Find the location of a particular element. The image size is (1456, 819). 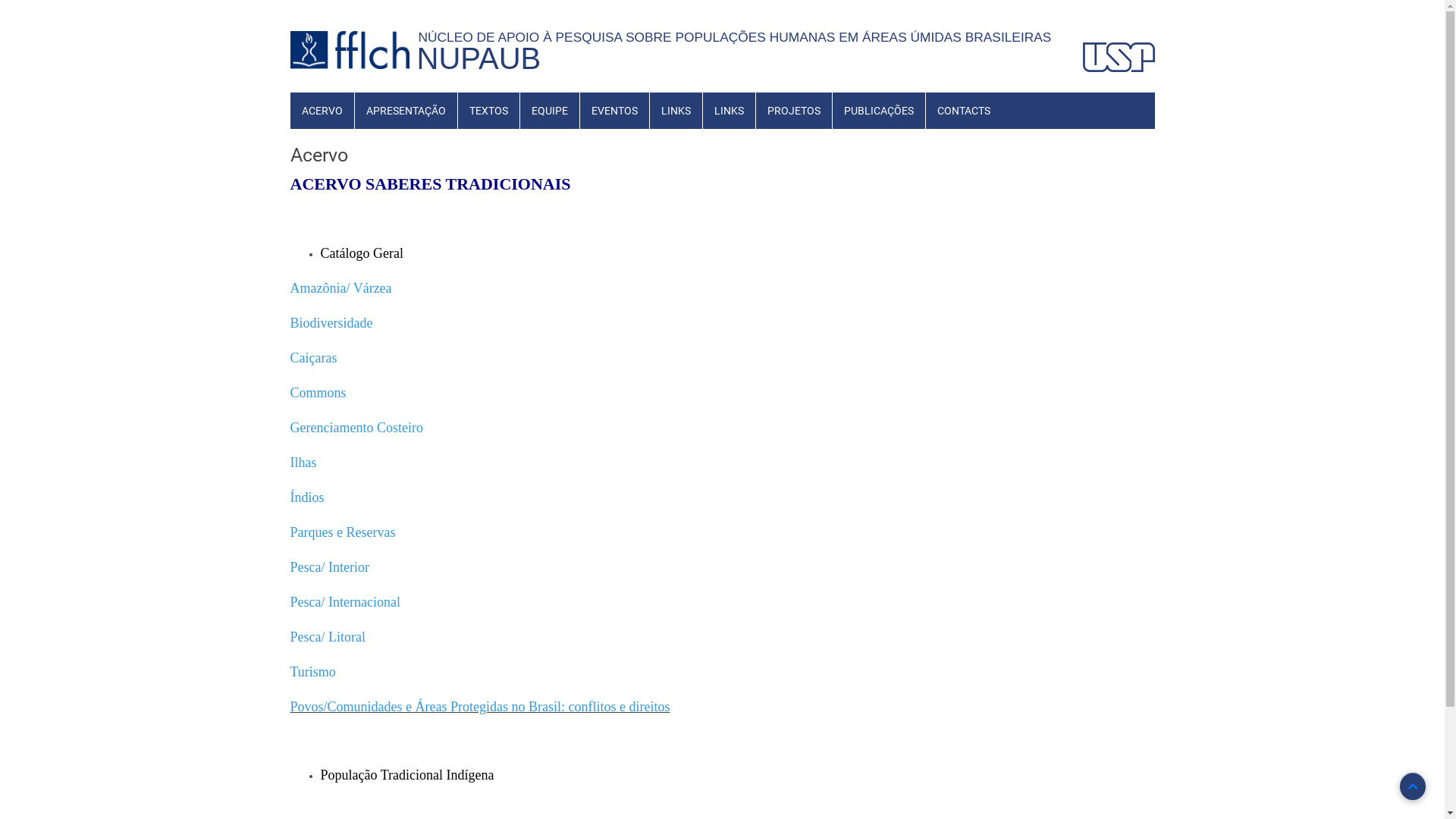

'PROJETOS' is located at coordinates (792, 110).